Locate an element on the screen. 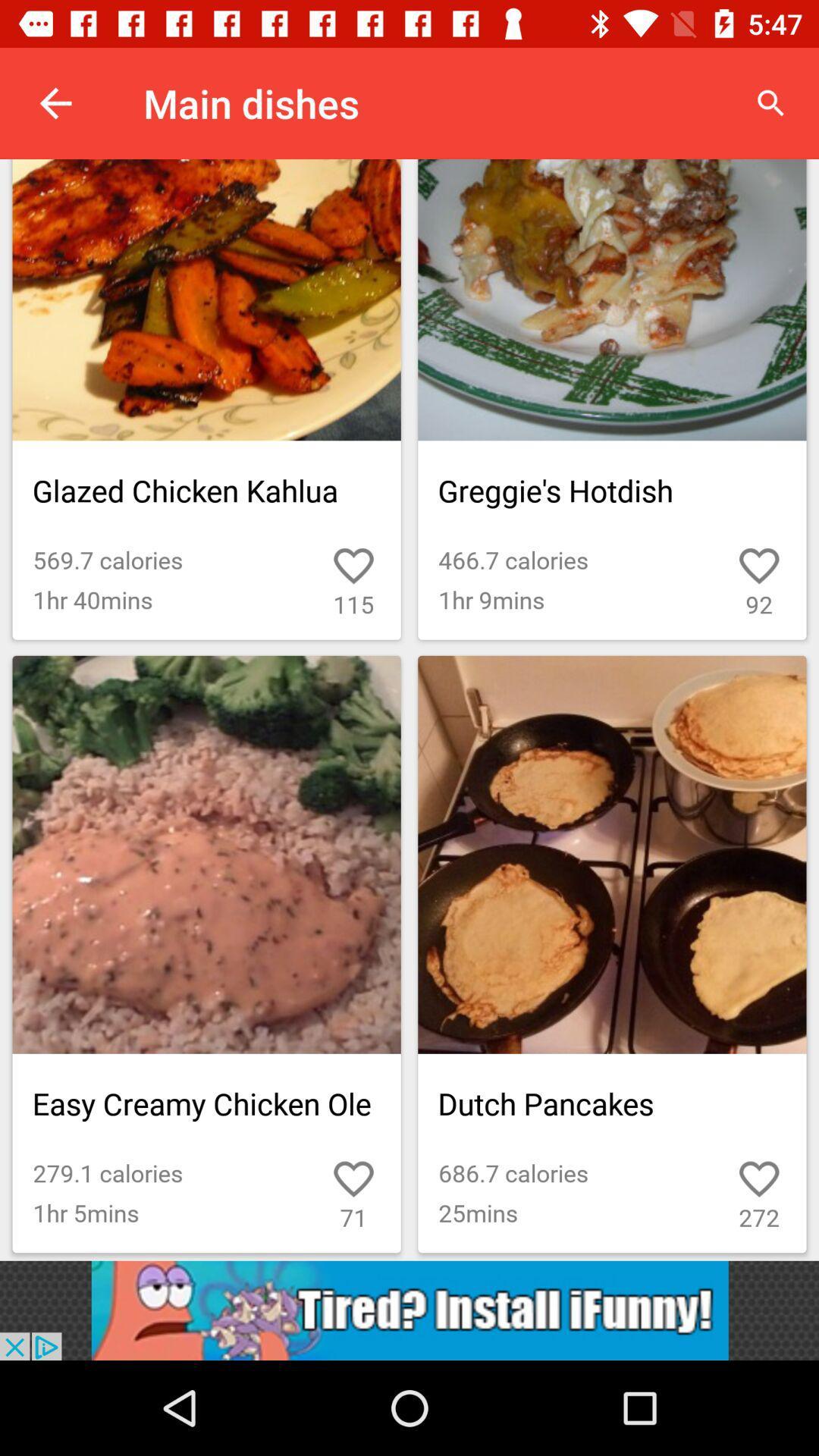 The height and width of the screenshot is (1456, 819). the favorite icon is located at coordinates (724, 1166).